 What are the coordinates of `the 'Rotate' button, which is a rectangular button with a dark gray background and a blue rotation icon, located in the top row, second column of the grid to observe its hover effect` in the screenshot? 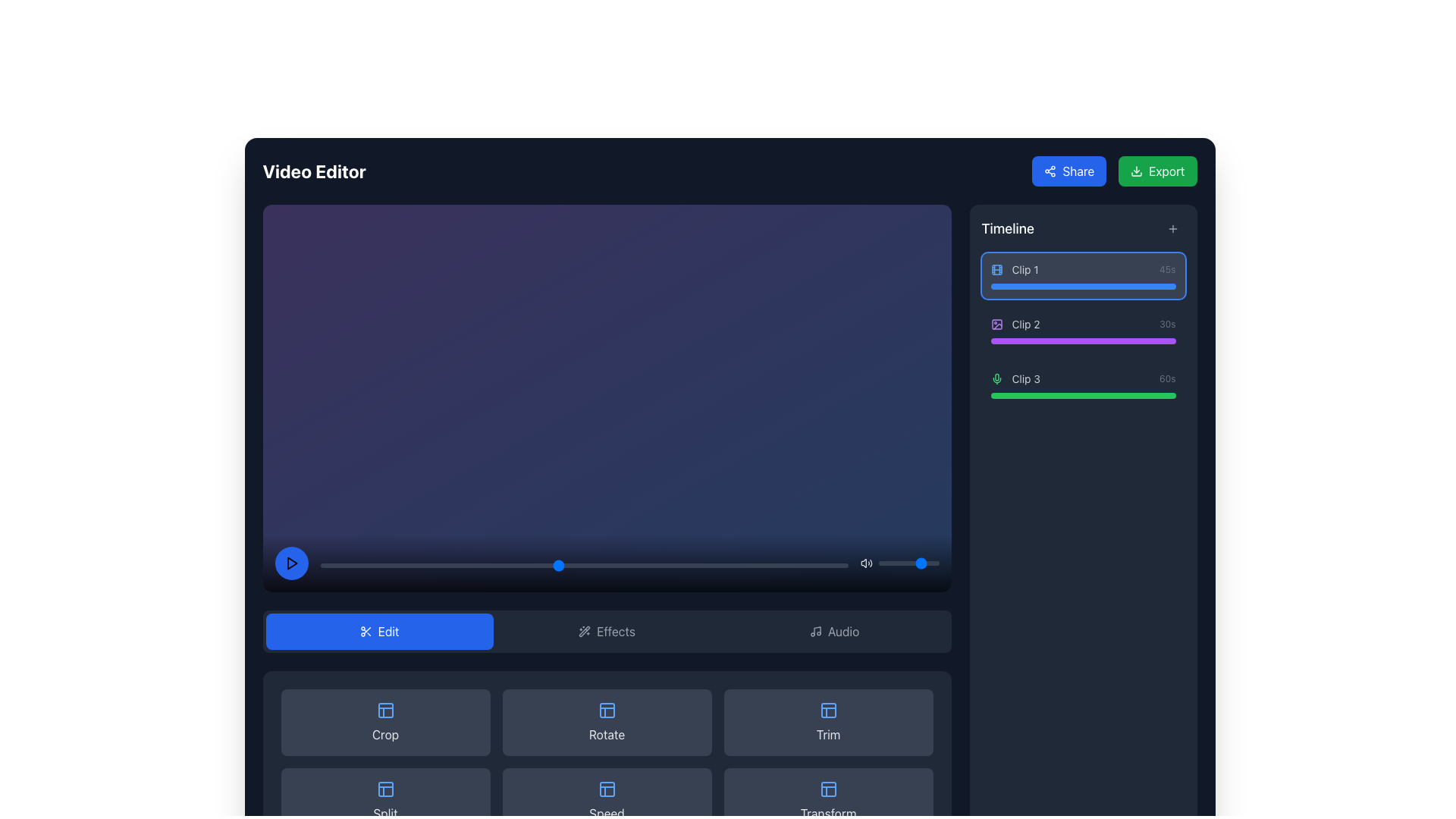 It's located at (607, 721).